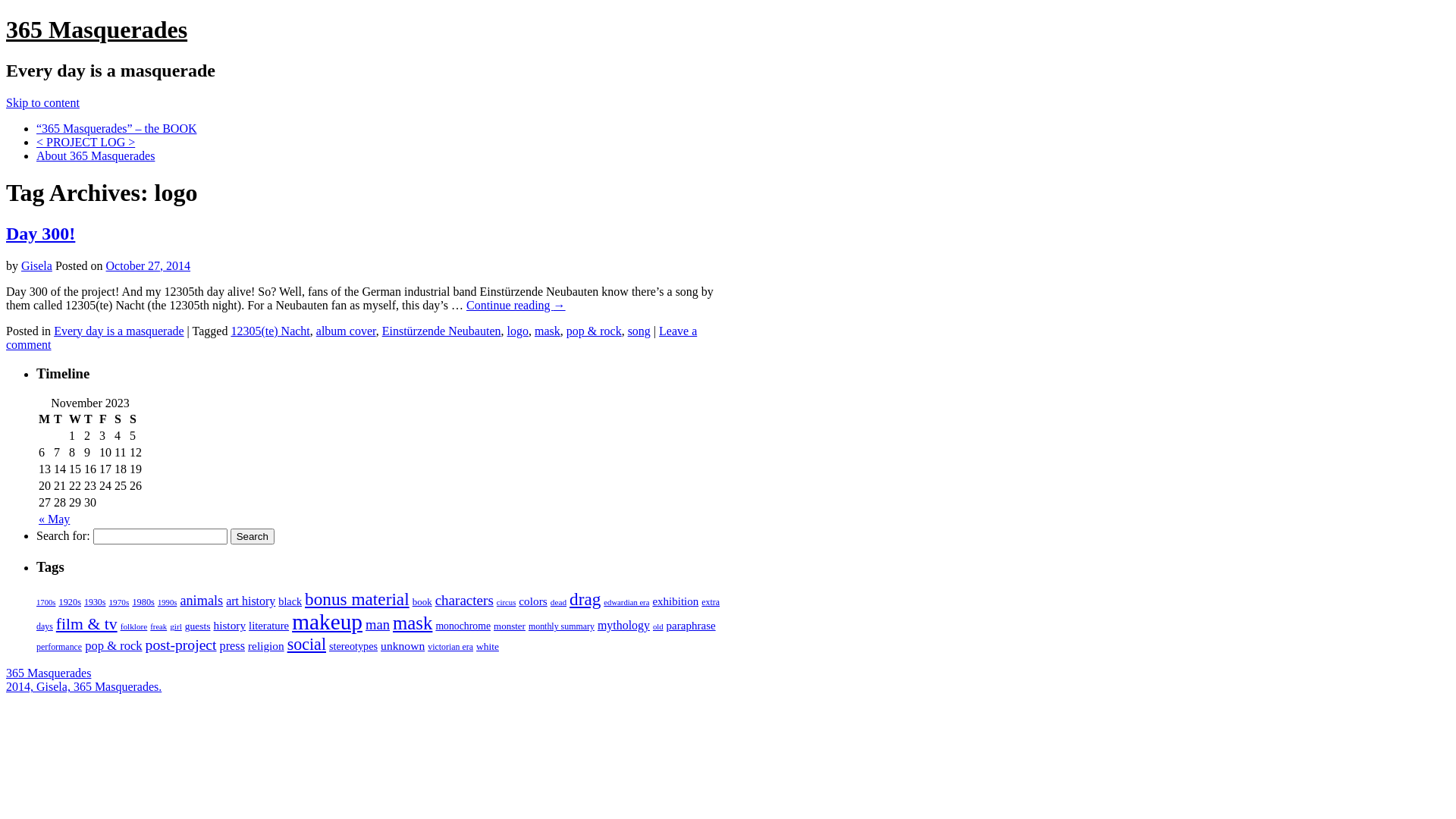 This screenshot has width=1456, height=819. What do you see at coordinates (158, 626) in the screenshot?
I see `'freak'` at bounding box center [158, 626].